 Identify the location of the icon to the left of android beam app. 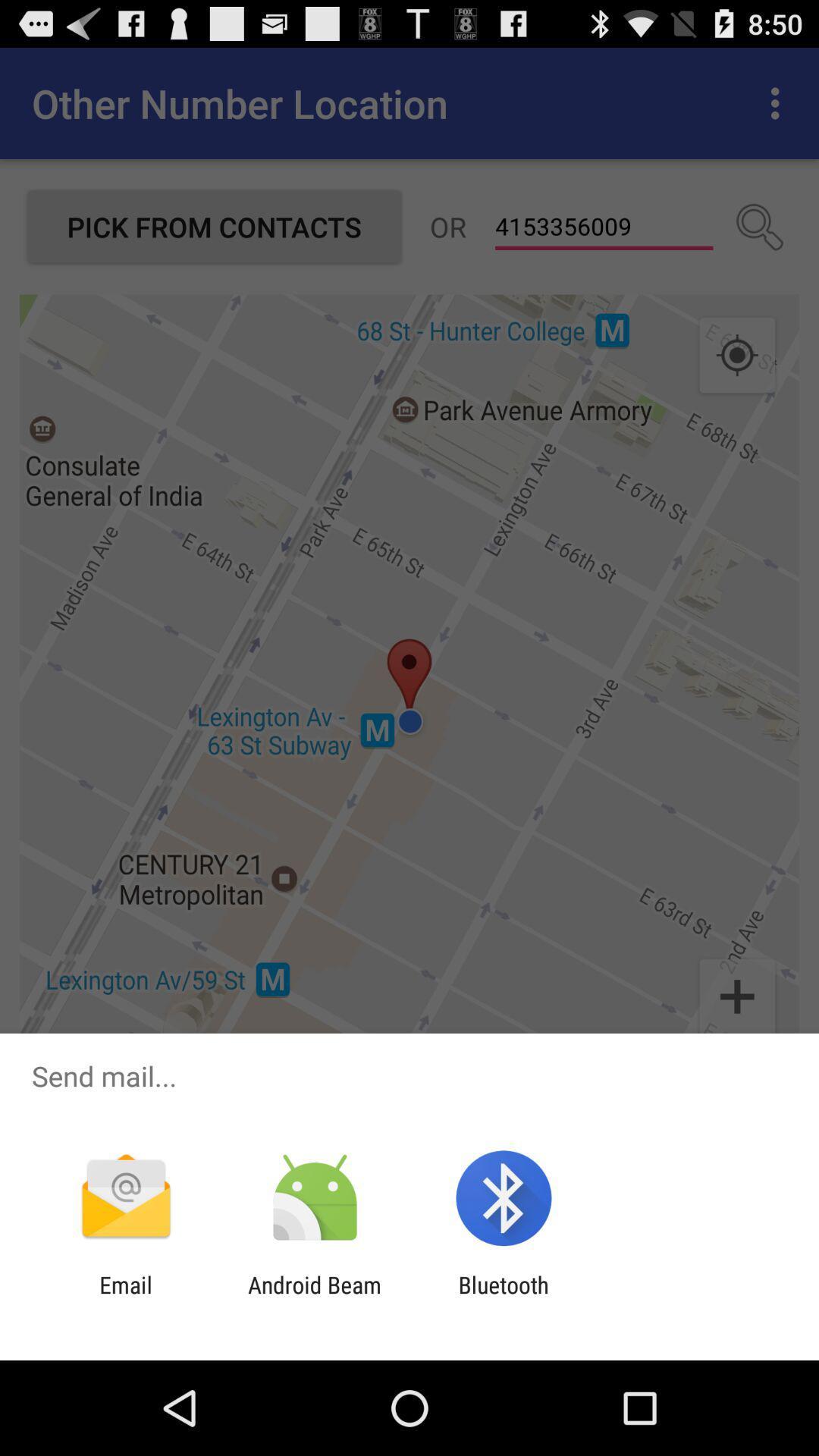
(125, 1298).